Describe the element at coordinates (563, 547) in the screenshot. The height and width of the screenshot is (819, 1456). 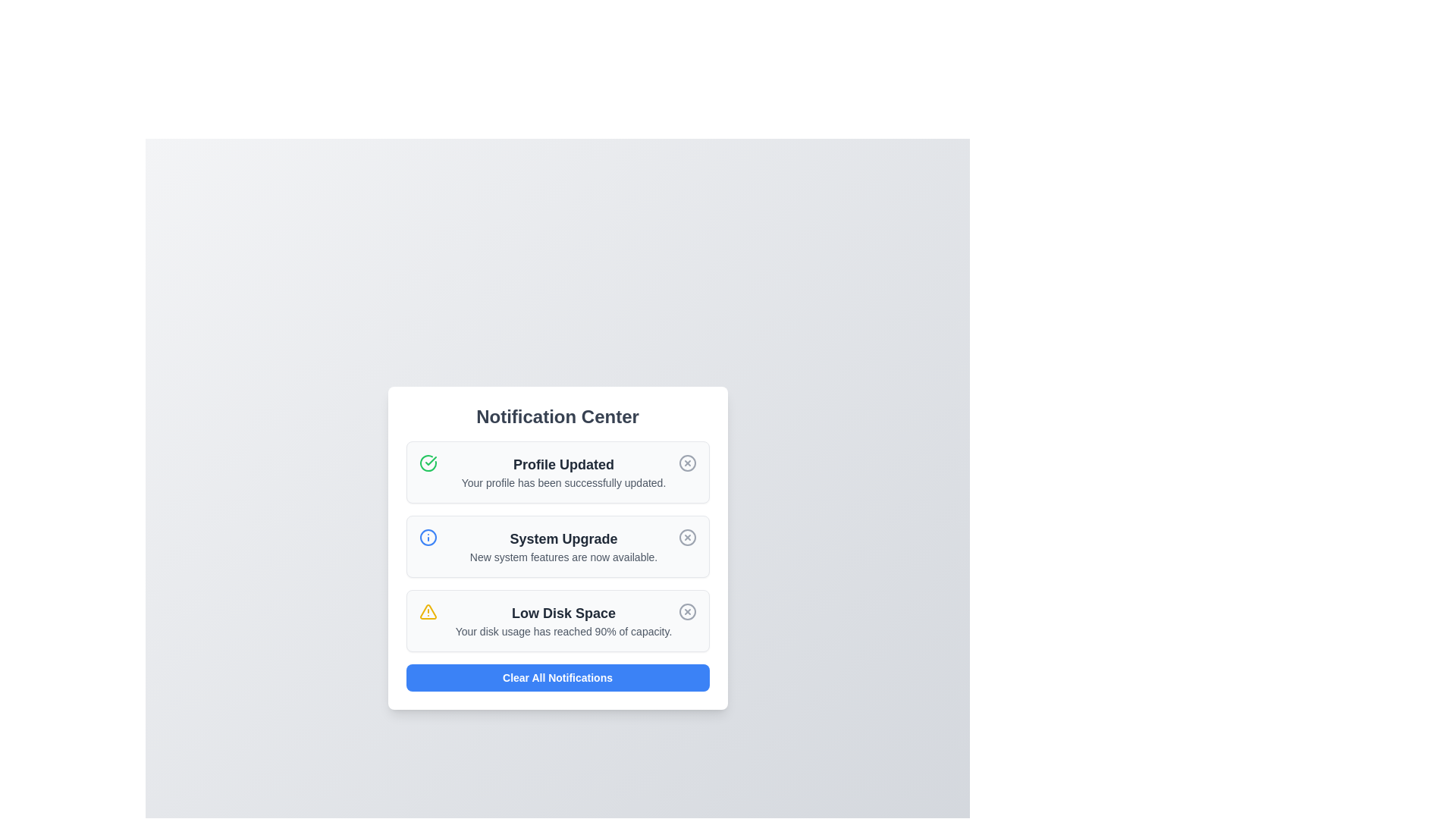
I see `the Notification card section that informs the user about new system features, positioned as the second item in the Notification Center` at that location.